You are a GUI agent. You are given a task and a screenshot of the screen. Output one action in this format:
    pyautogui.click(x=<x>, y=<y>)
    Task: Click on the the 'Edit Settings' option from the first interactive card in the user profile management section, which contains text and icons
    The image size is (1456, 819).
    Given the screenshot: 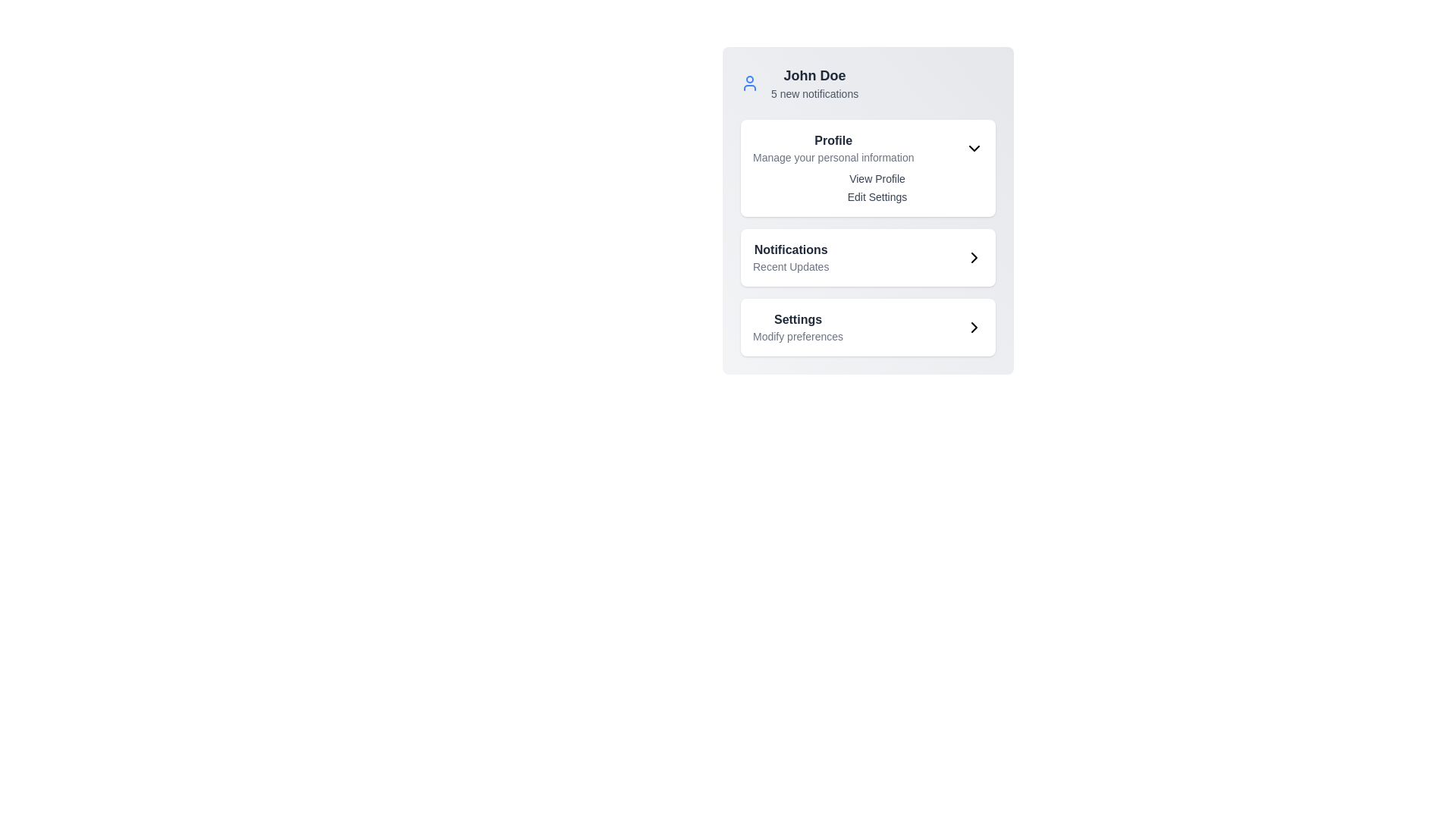 What is the action you would take?
    pyautogui.click(x=868, y=168)
    